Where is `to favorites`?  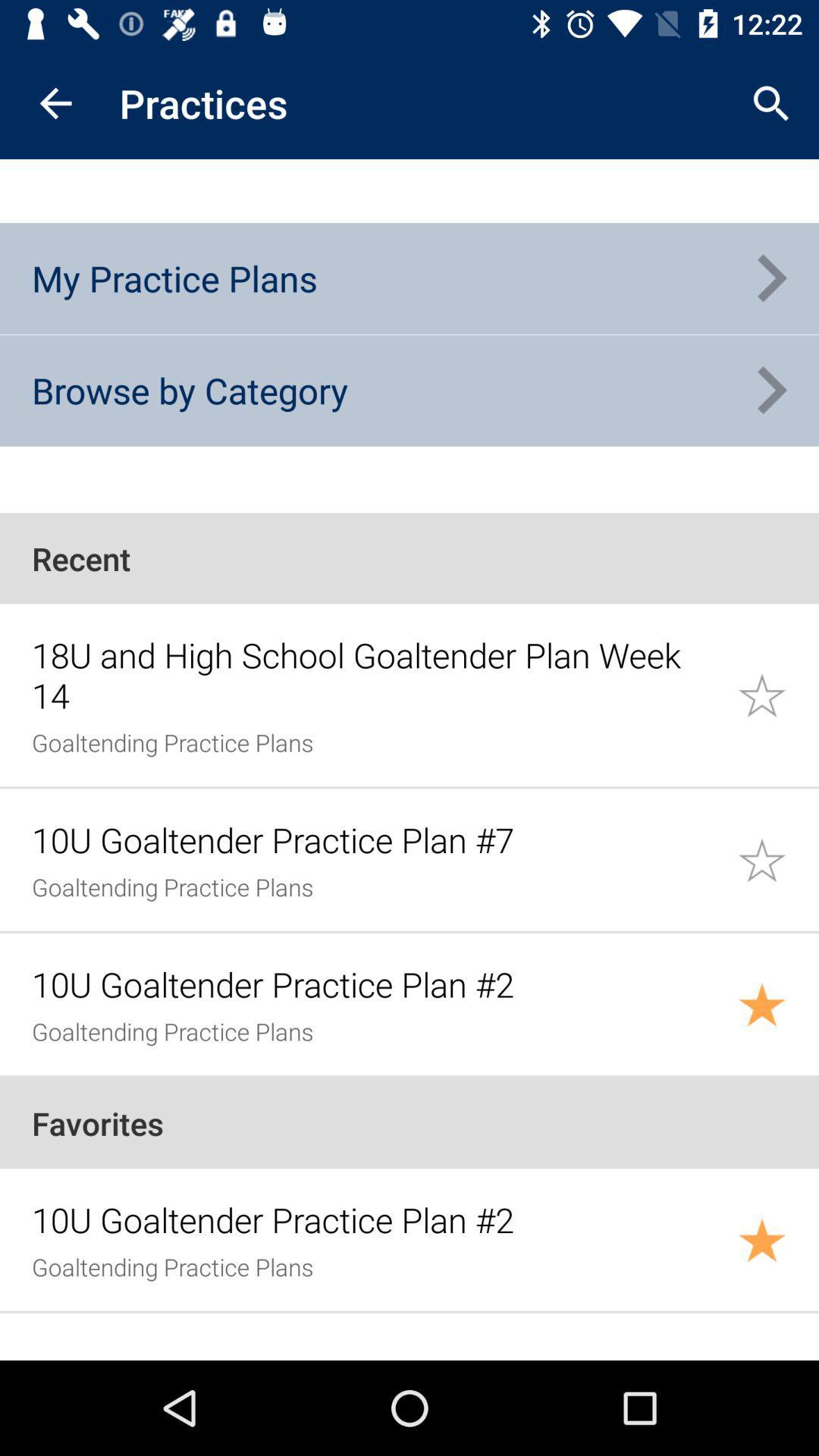
to favorites is located at coordinates (778, 694).